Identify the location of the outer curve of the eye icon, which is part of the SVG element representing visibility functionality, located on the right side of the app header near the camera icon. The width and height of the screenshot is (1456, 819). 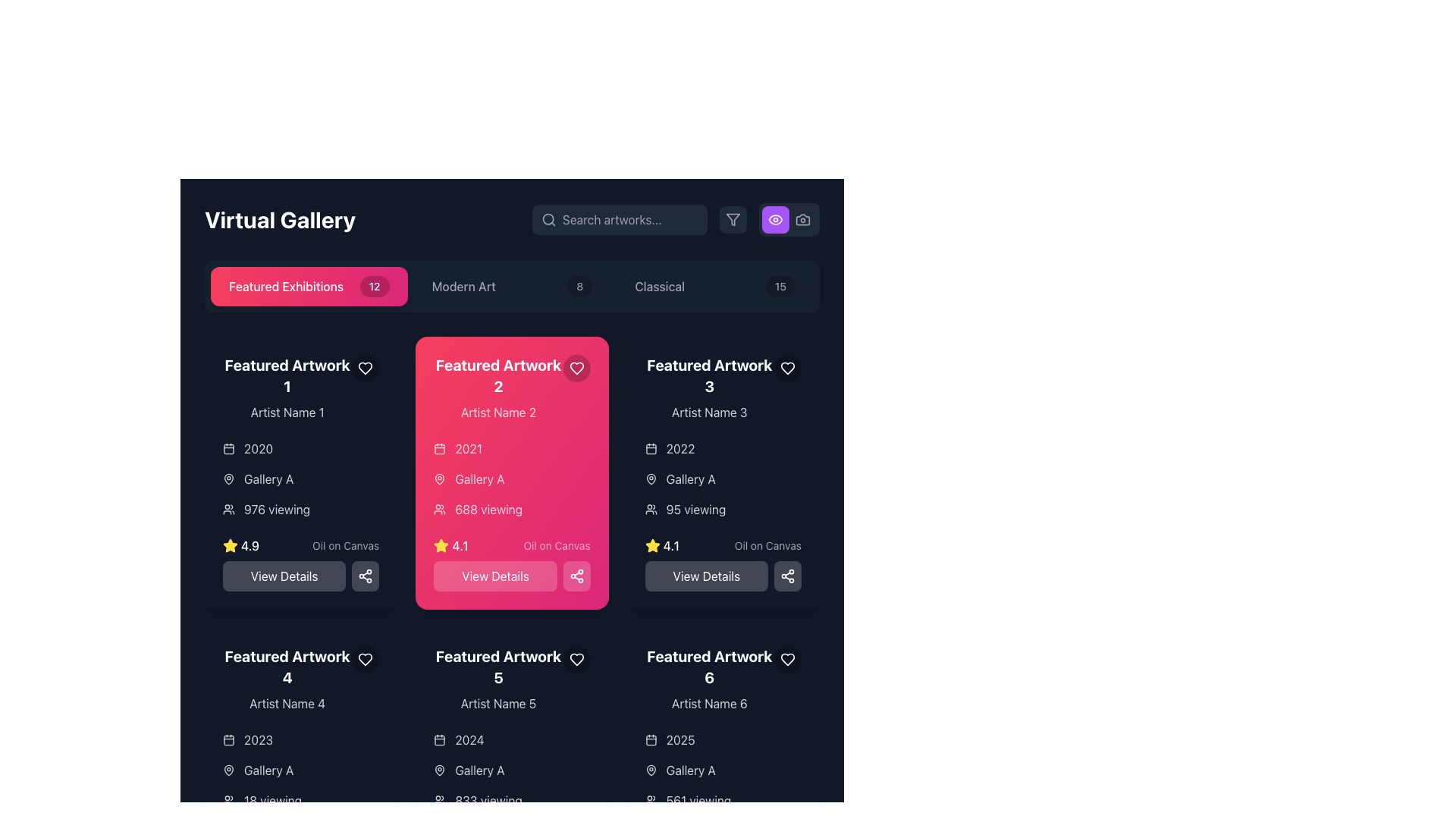
(775, 219).